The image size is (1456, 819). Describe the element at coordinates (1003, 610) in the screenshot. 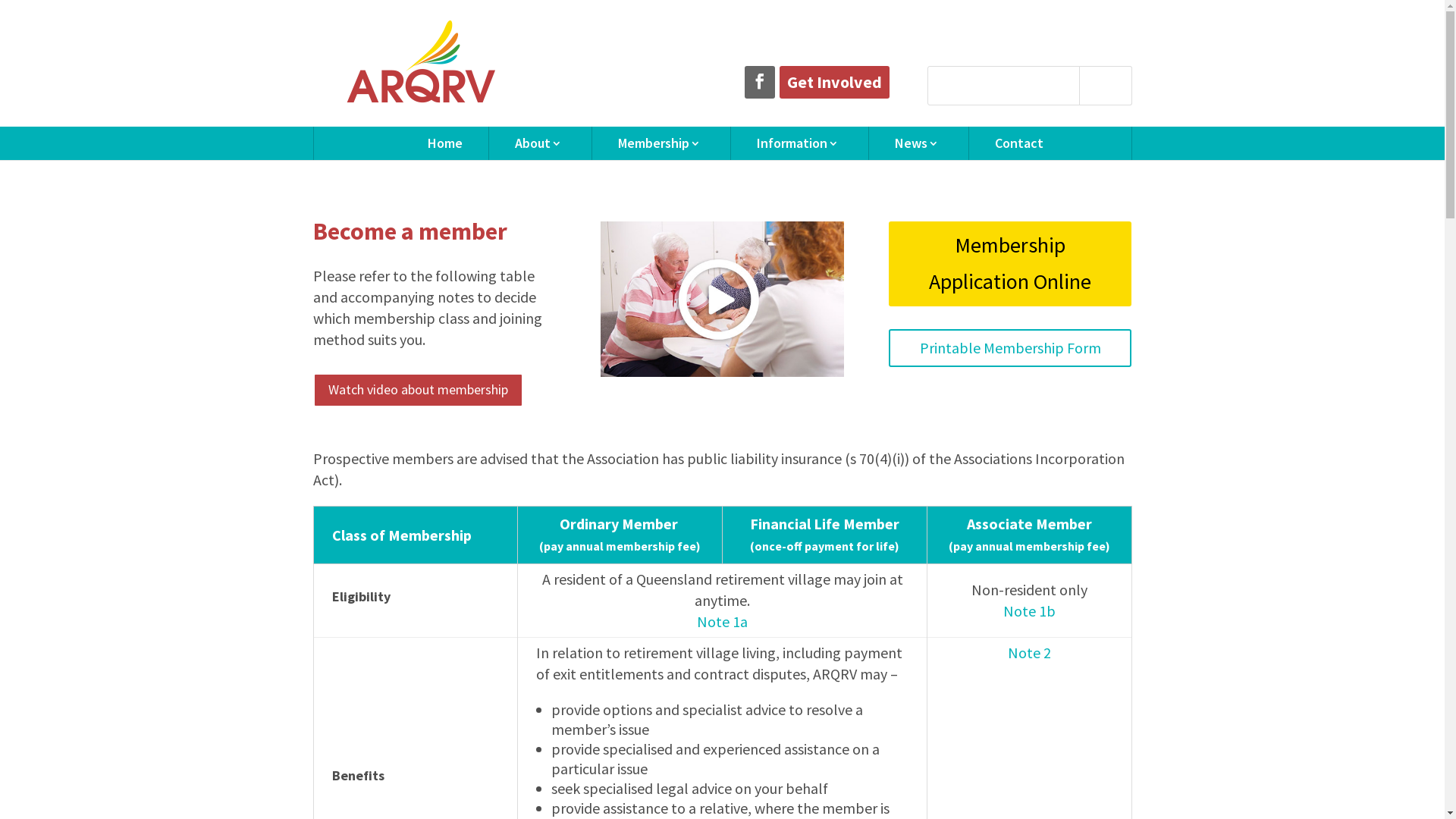

I see `'Note 1b'` at that location.